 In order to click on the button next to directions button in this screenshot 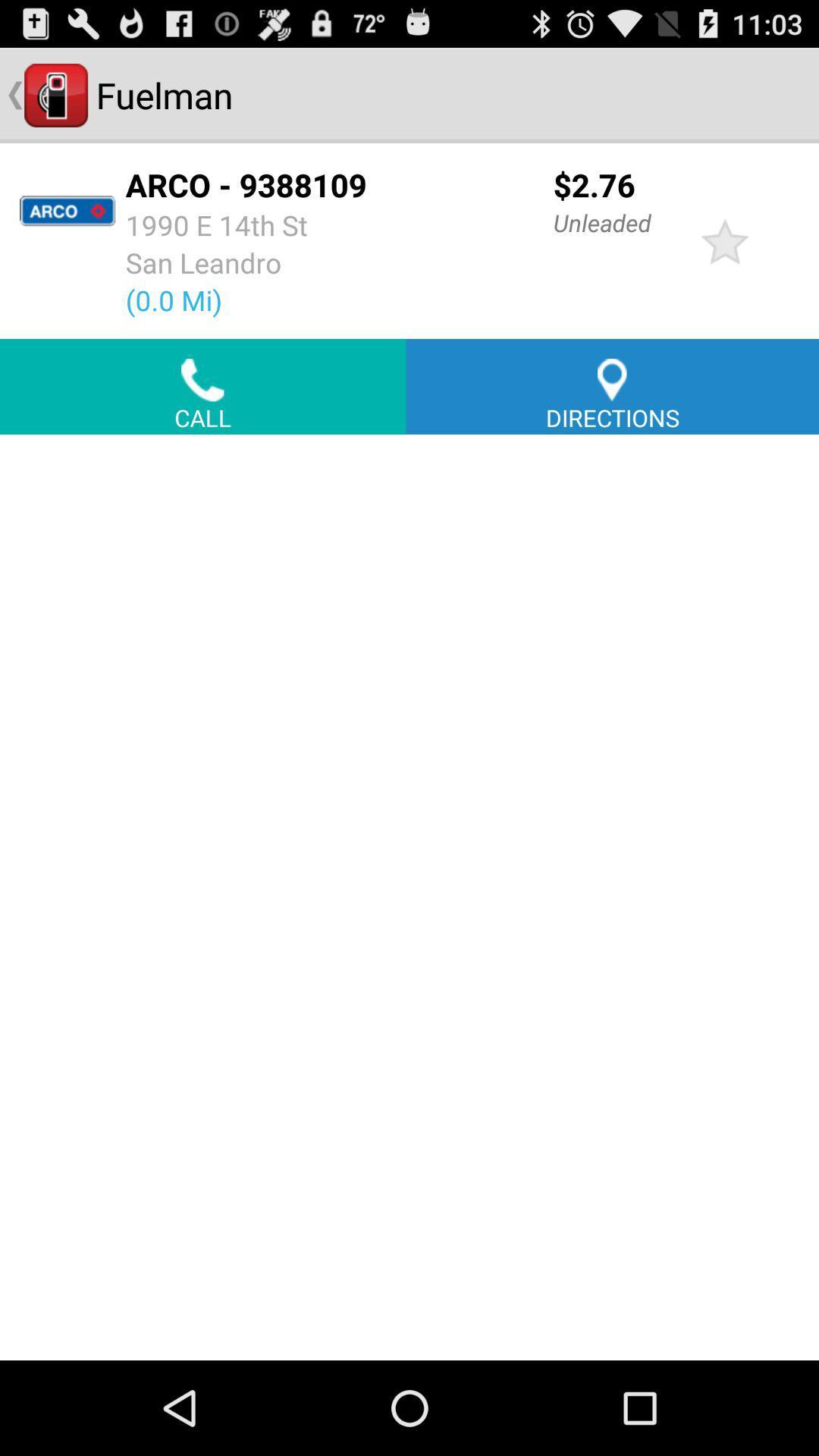, I will do `click(202, 386)`.